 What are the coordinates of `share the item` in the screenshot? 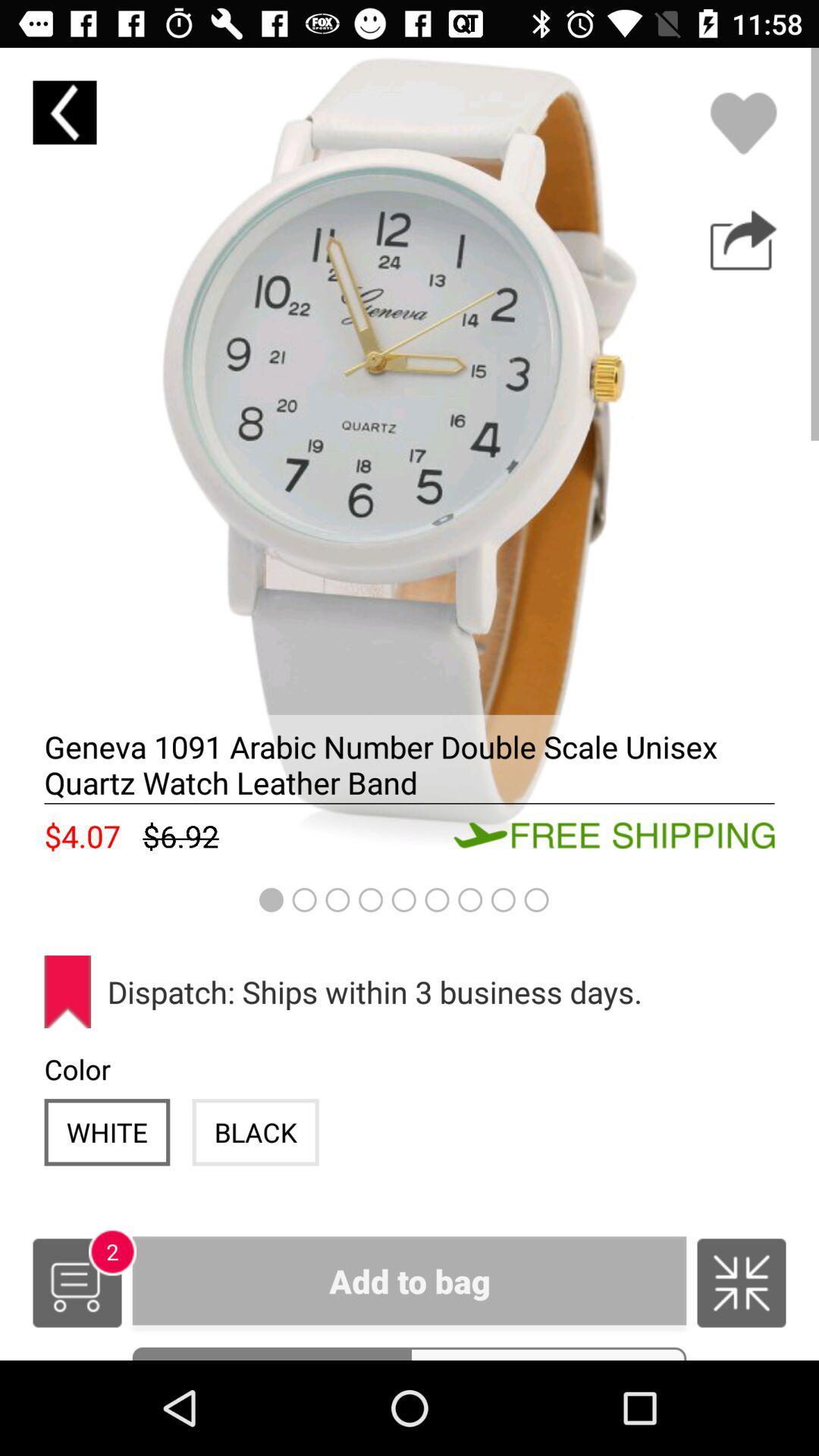 It's located at (742, 240).